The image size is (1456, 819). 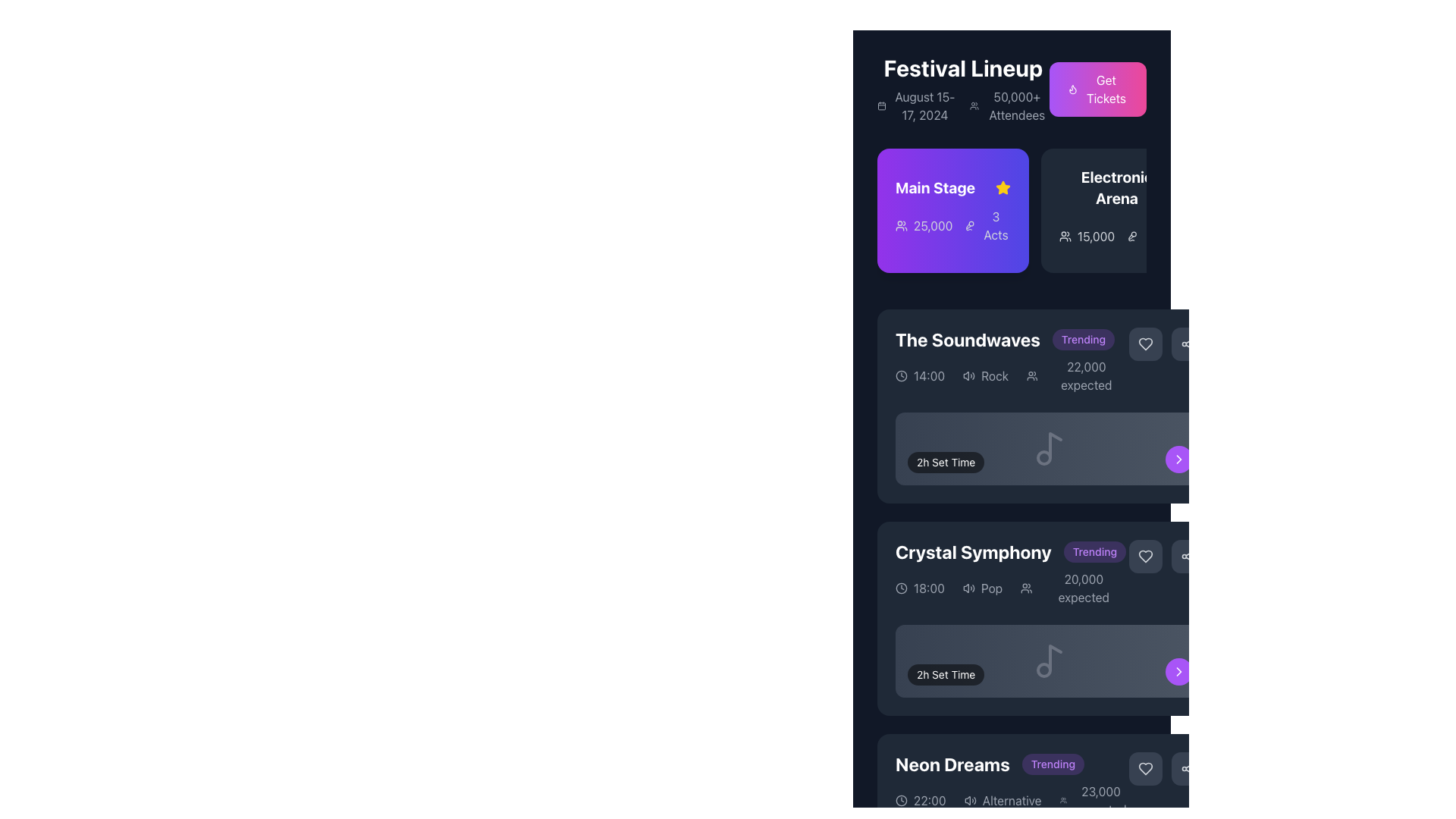 I want to click on the heart-shaped icon representing a 'like' feature, so click(x=1146, y=344).